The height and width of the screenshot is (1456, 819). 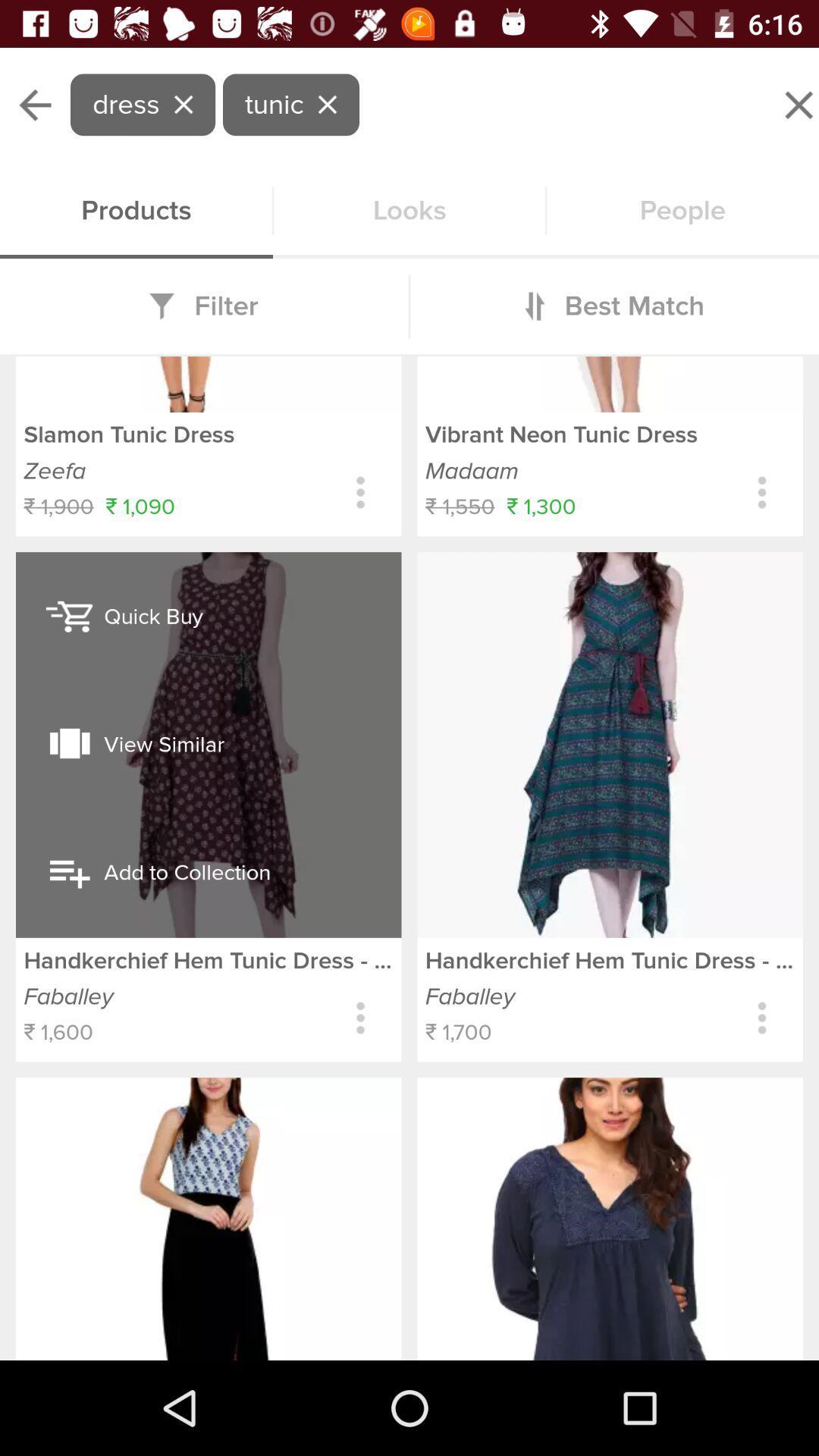 What do you see at coordinates (762, 492) in the screenshot?
I see `open buying options` at bounding box center [762, 492].